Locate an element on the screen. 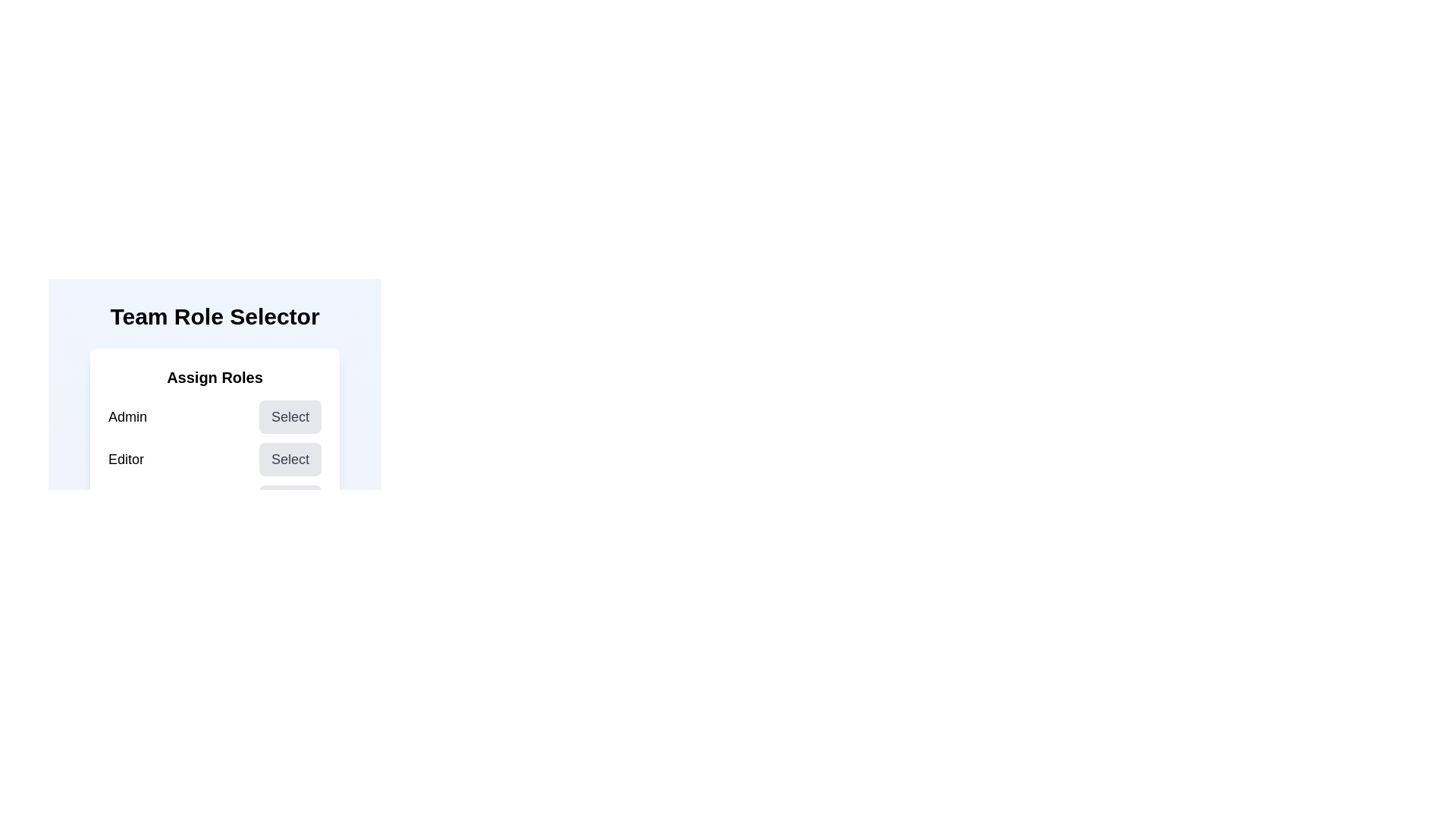 The height and width of the screenshot is (819, 1456). 'Select' button for the Admin role is located at coordinates (290, 417).